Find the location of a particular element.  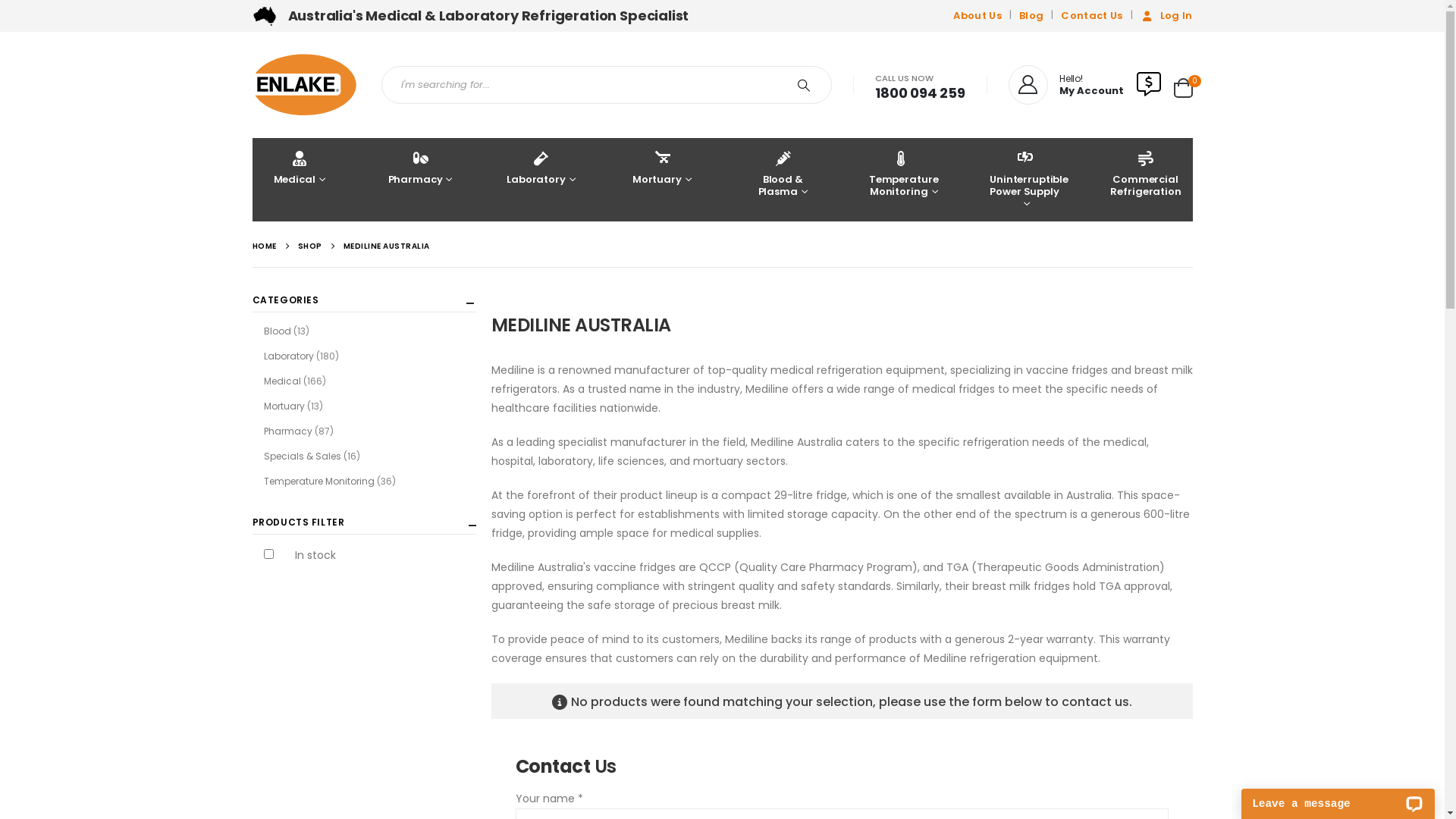

'Mortuary' is located at coordinates (662, 178).